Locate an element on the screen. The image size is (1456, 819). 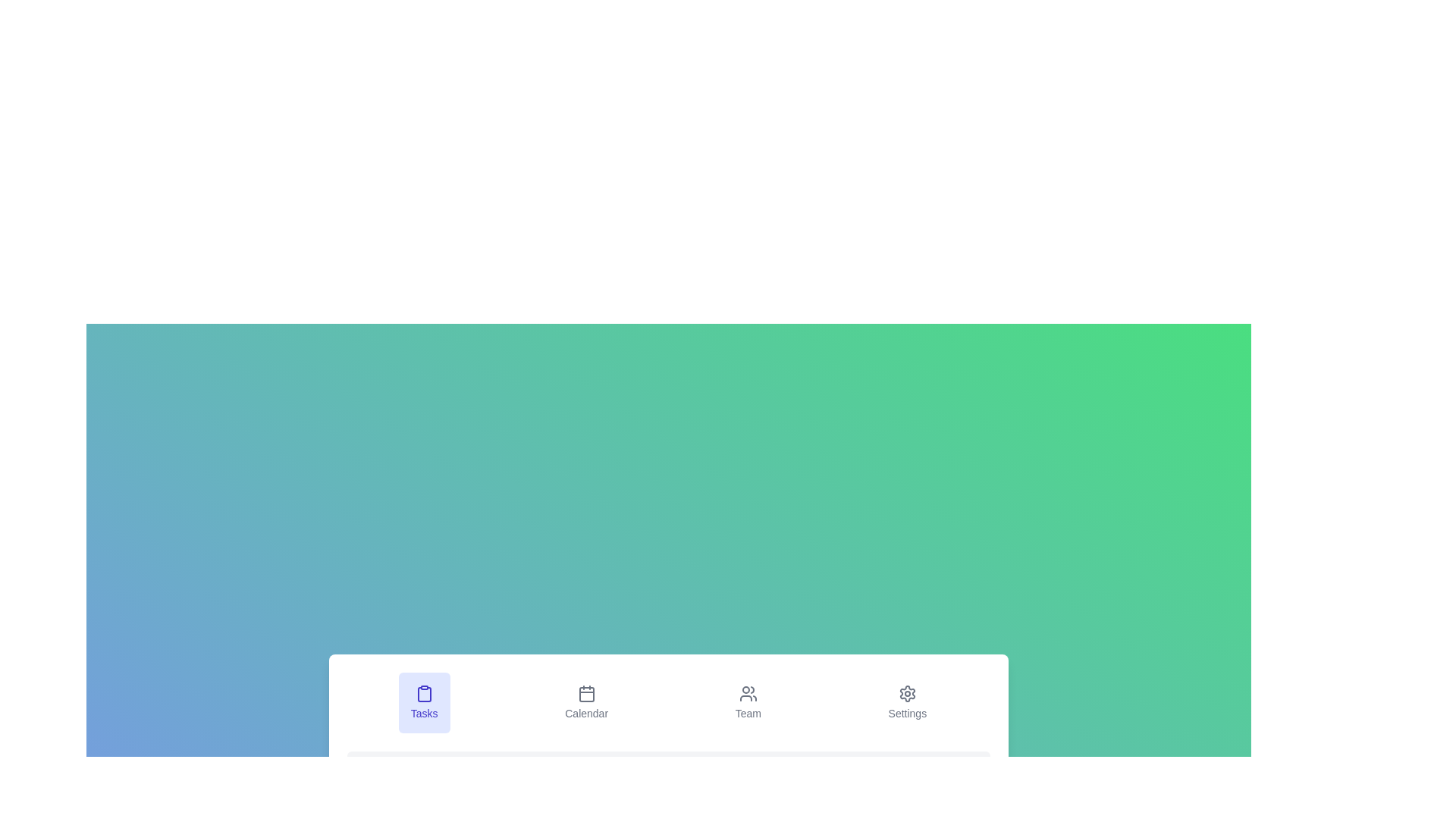
the navigation button located between 'Tasks' and 'Team' to trigger visual feedback is located at coordinates (585, 702).